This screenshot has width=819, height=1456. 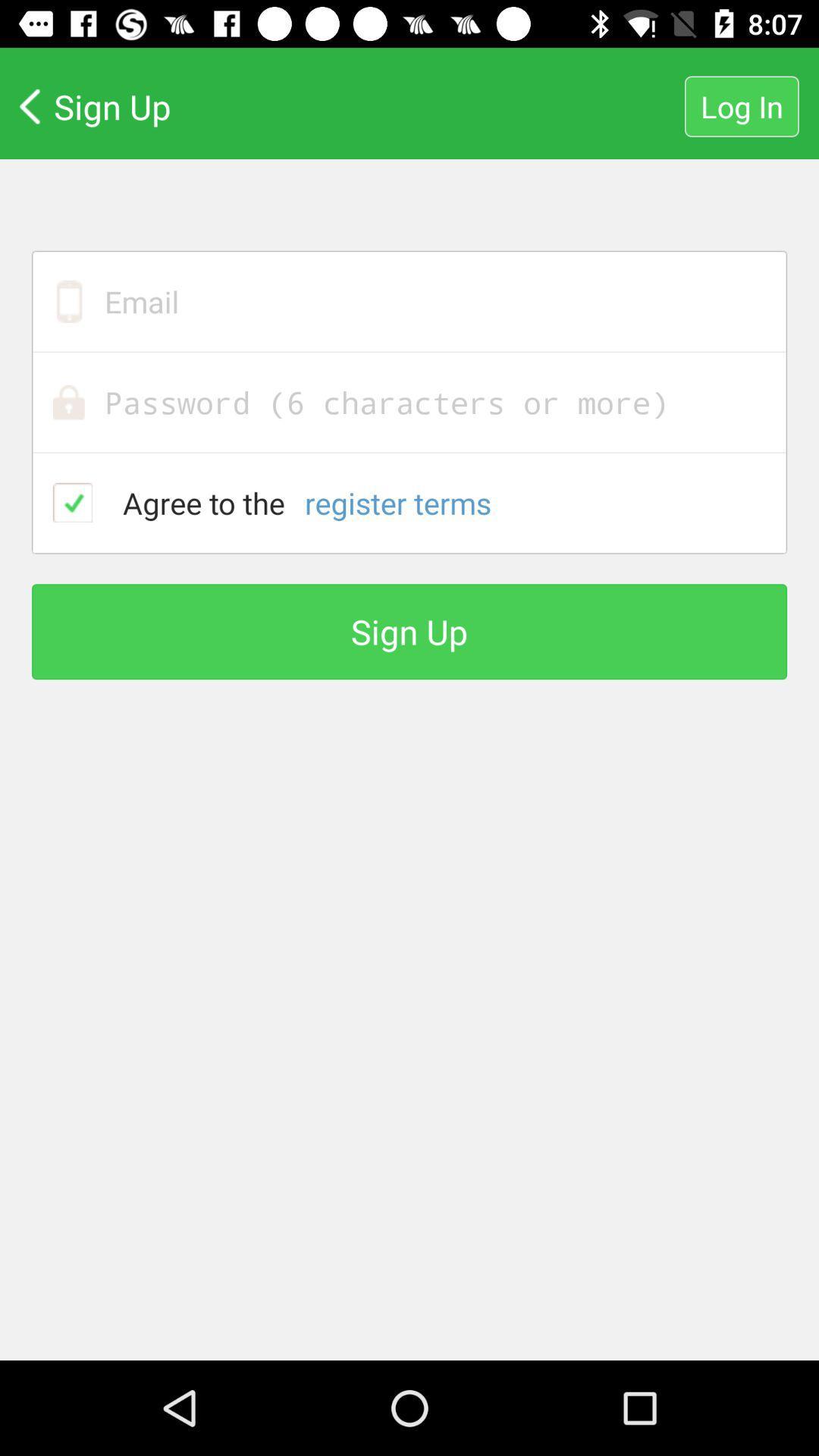 What do you see at coordinates (741, 105) in the screenshot?
I see `the icon next to the sign up icon` at bounding box center [741, 105].